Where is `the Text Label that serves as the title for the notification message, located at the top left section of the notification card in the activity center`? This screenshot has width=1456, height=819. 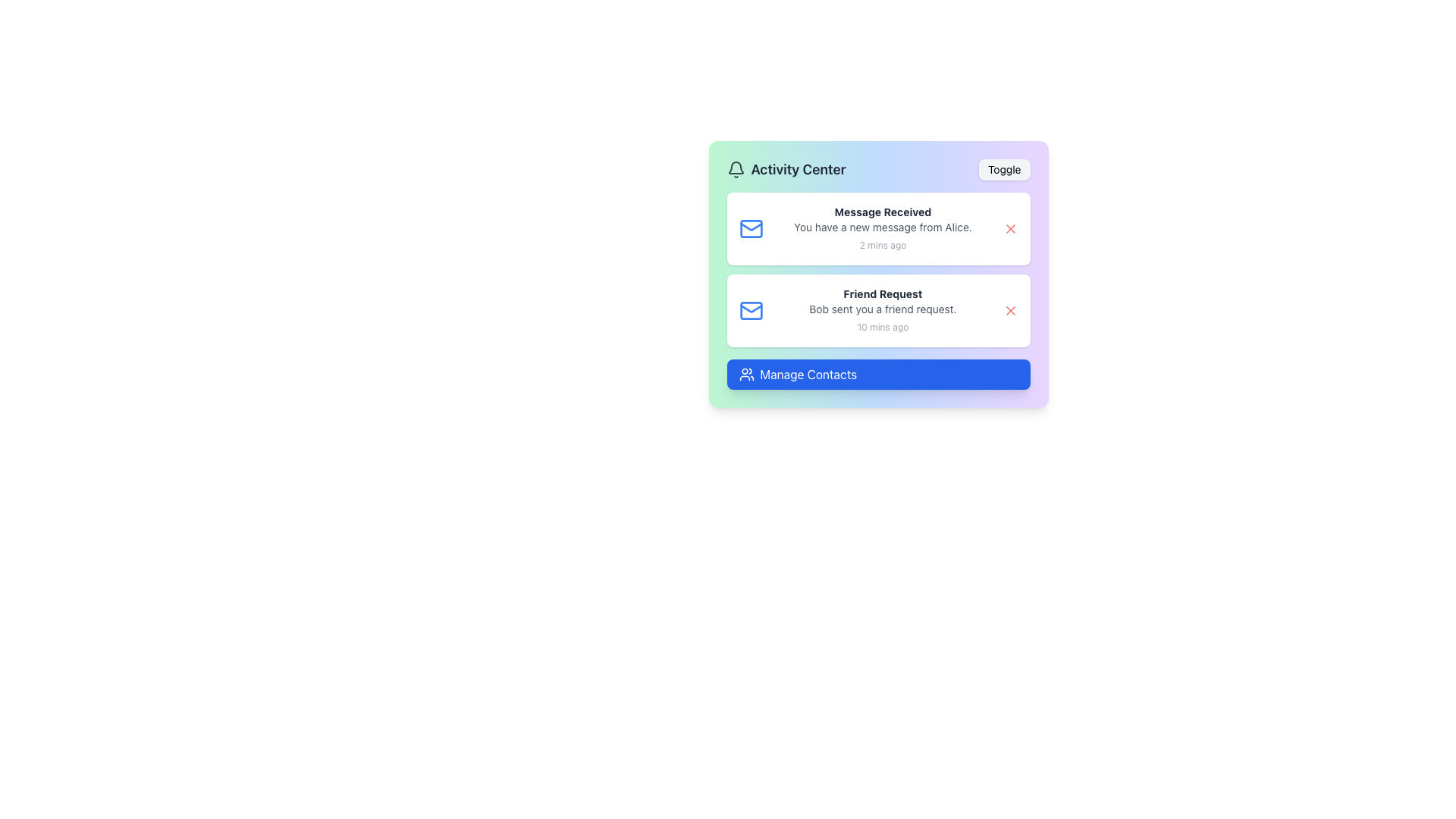
the Text Label that serves as the title for the notification message, located at the top left section of the notification card in the activity center is located at coordinates (883, 212).